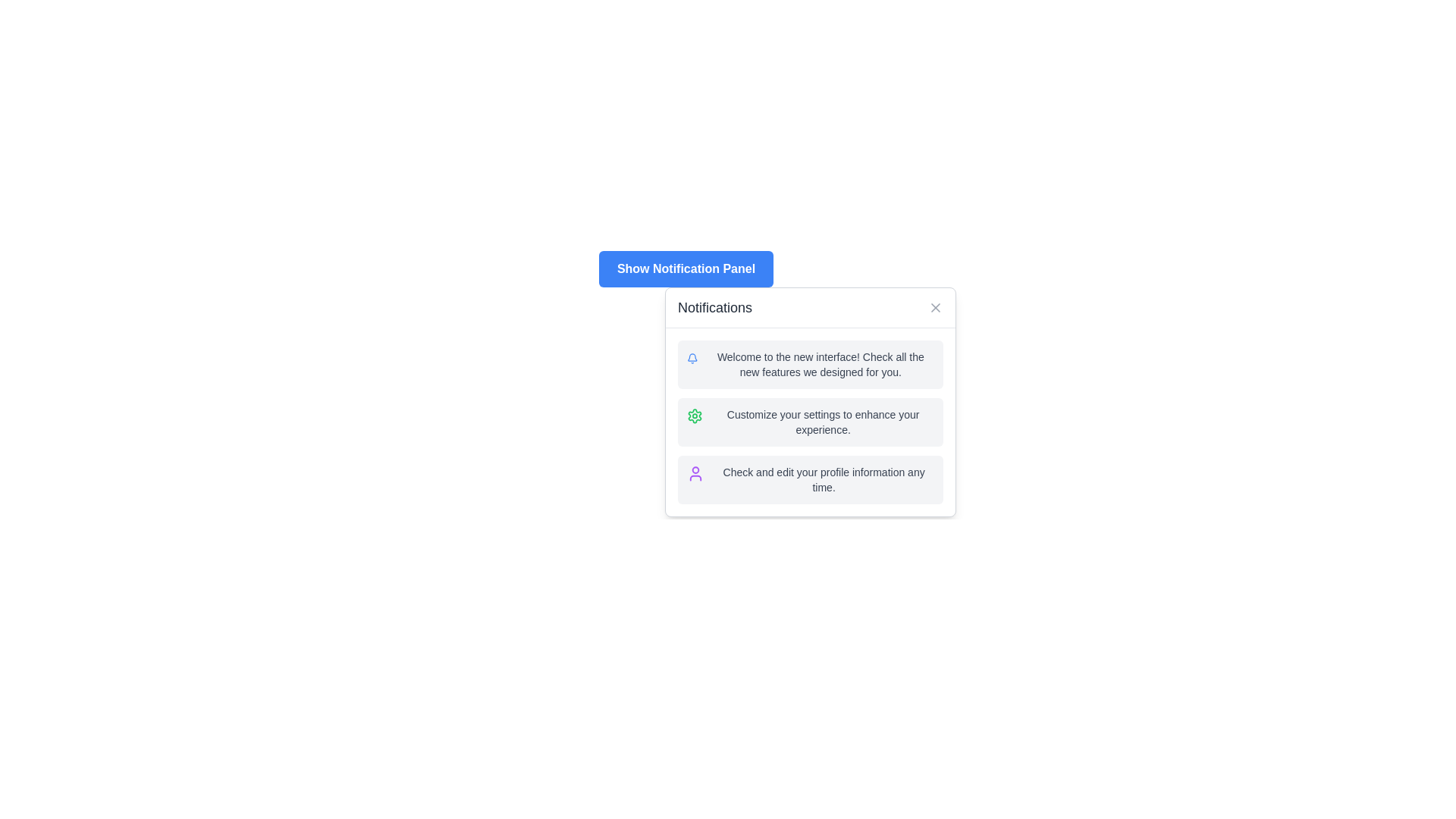 Image resolution: width=1456 pixels, height=819 pixels. What do you see at coordinates (934, 307) in the screenshot?
I see `the close icon located at the far right of the notification panel header, positioned after the heading text 'Notifications'` at bounding box center [934, 307].